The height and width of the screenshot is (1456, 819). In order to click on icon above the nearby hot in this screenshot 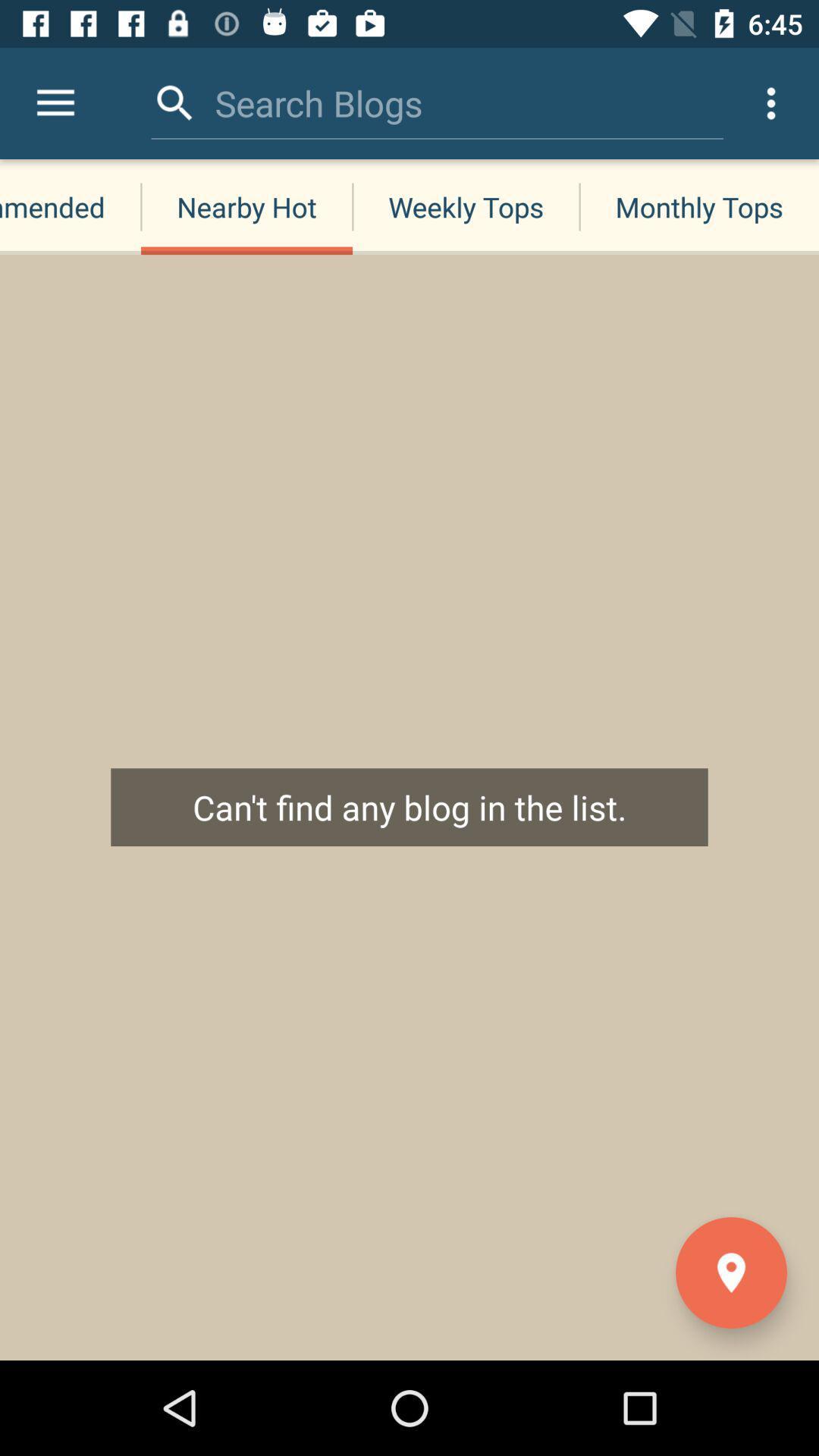, I will do `click(318, 102)`.